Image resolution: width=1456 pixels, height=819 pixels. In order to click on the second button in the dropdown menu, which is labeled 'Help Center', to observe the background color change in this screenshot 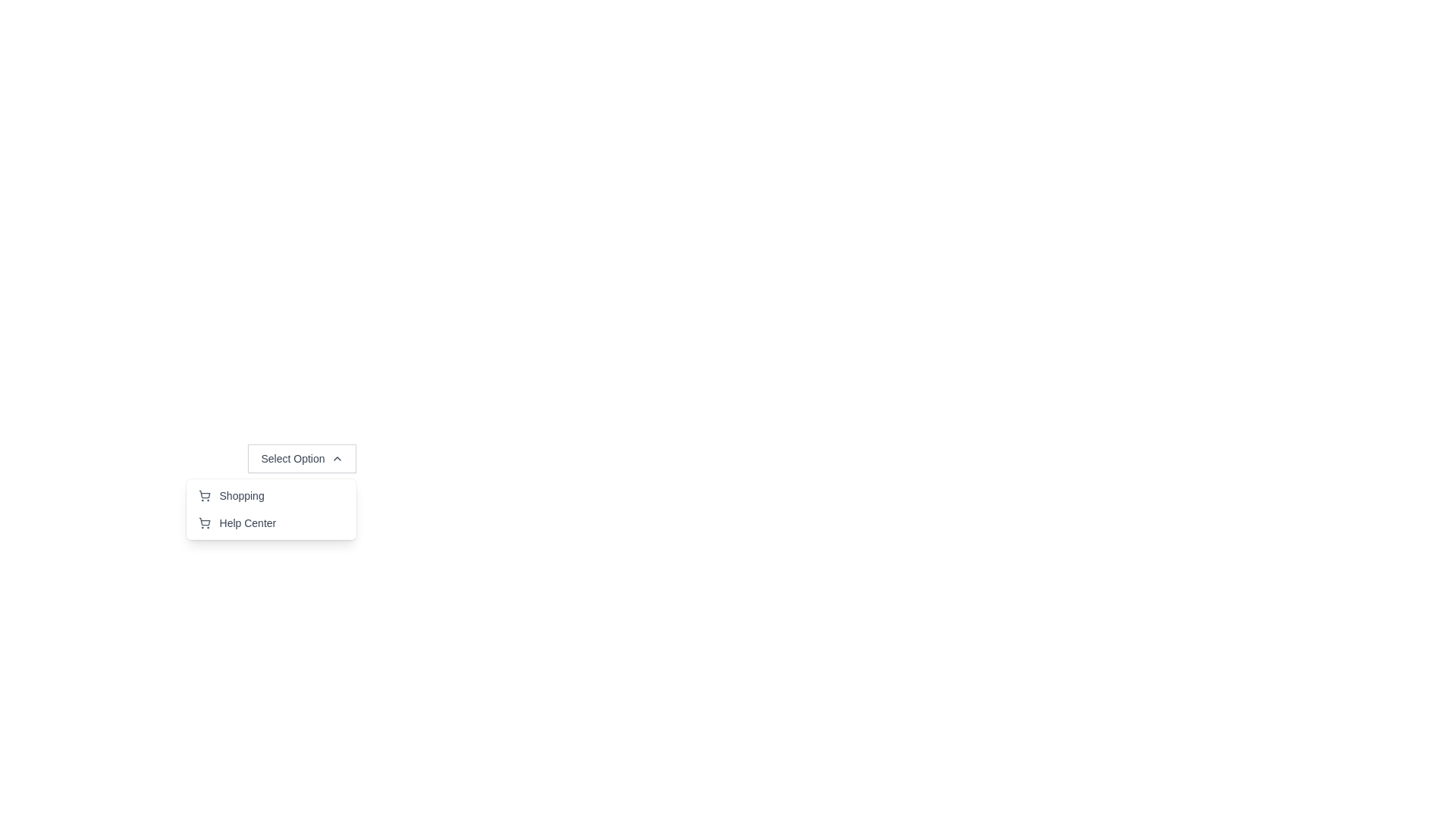, I will do `click(236, 522)`.